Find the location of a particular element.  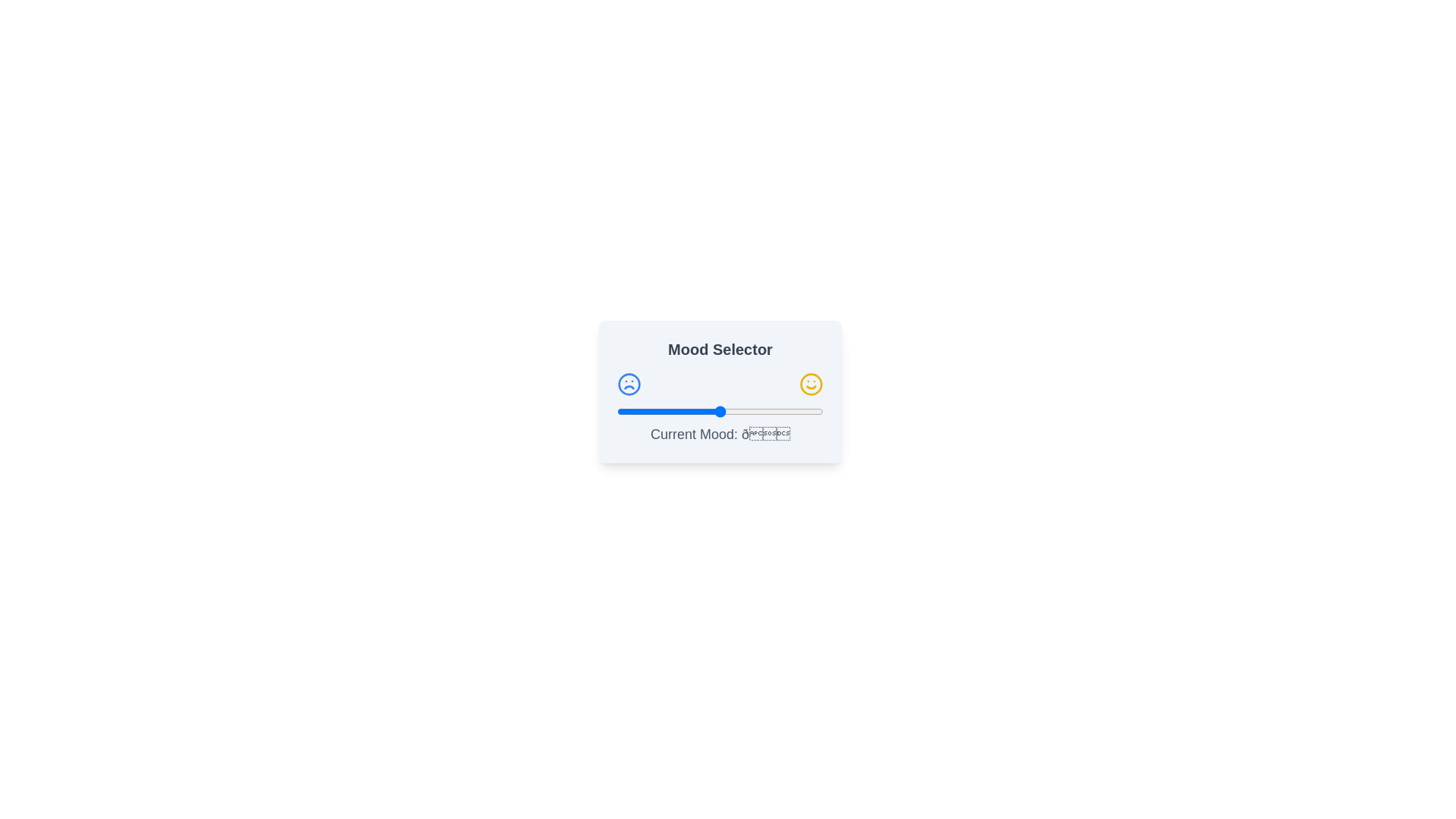

the slider to set the mood value to 43 is located at coordinates (705, 412).